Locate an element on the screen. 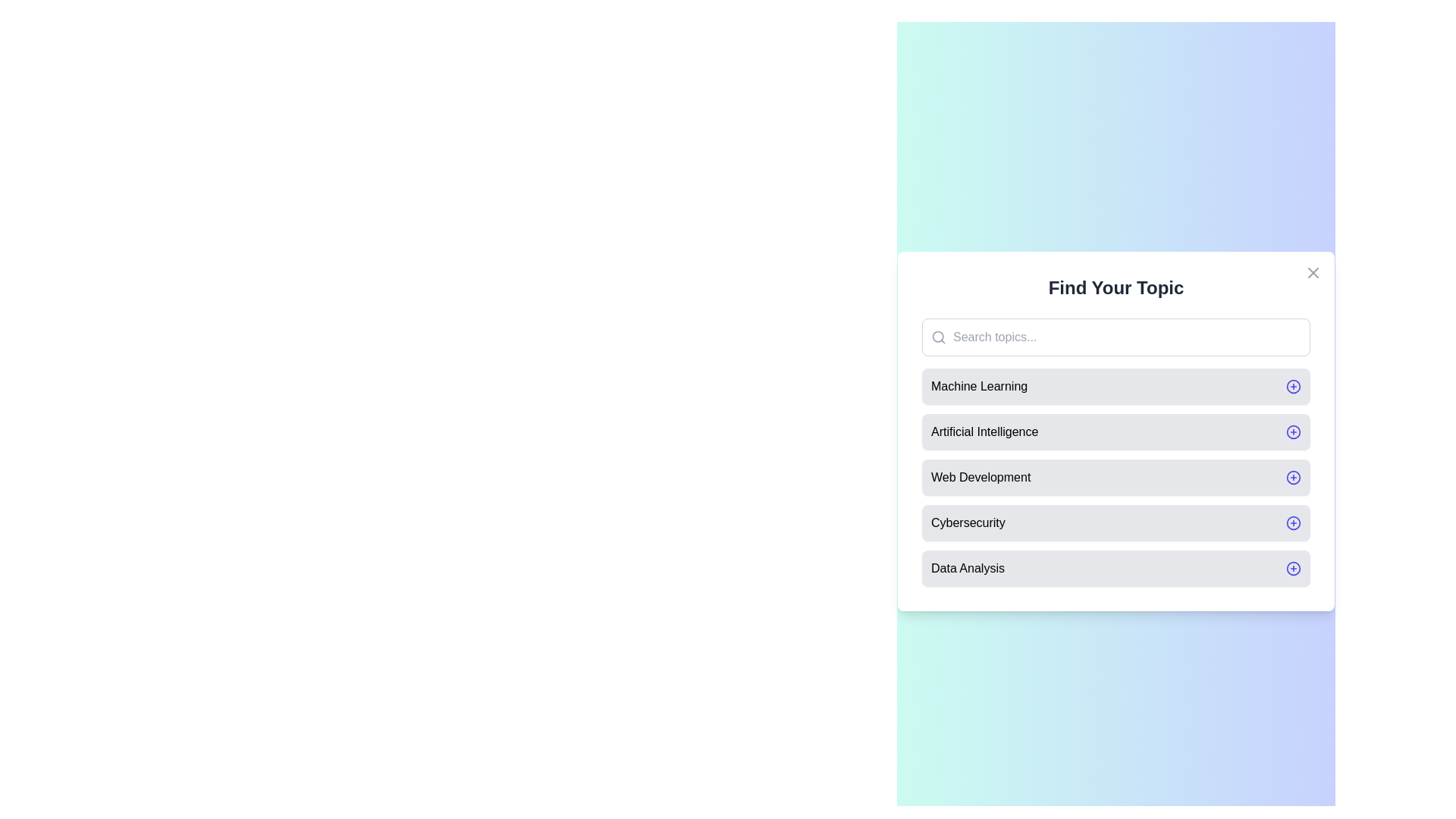 The width and height of the screenshot is (1456, 819). the plus icon next to Machine Learning is located at coordinates (1292, 385).